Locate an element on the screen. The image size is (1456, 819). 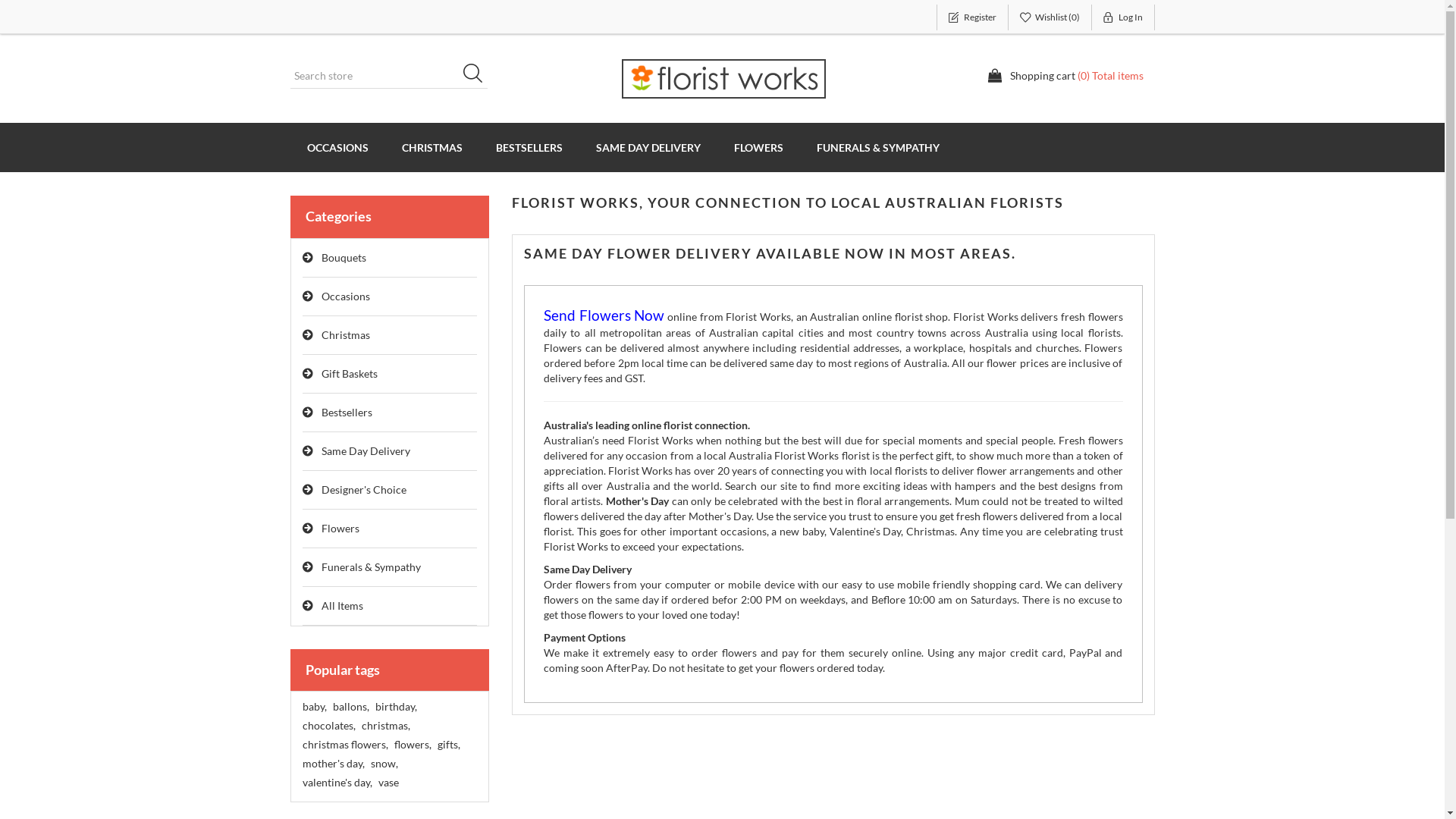
'Christmas' is located at coordinates (389, 334).